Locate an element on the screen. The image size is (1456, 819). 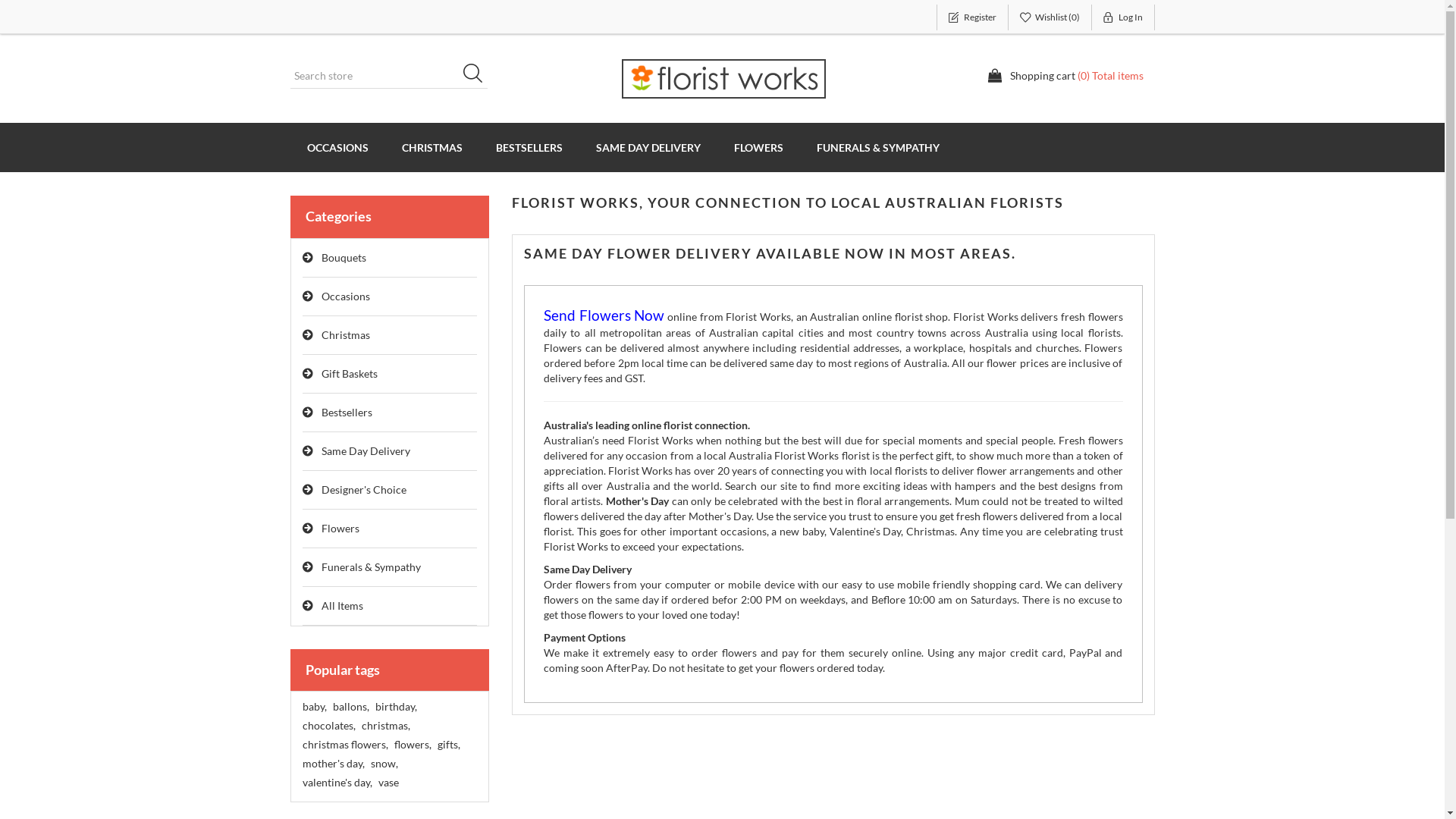
'Christmas' is located at coordinates (389, 334).